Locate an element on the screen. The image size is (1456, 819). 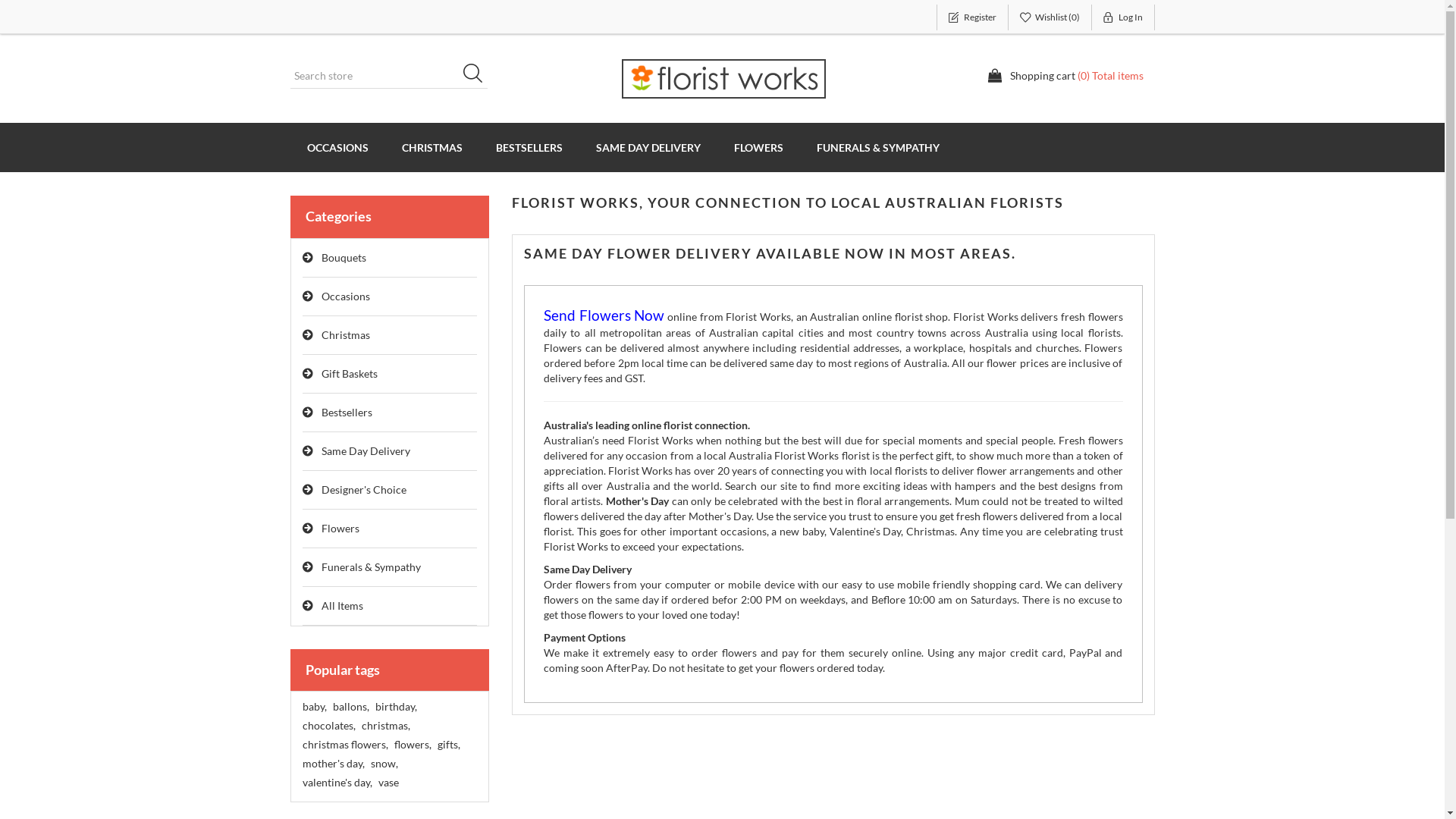
'Christmas' is located at coordinates (389, 334).